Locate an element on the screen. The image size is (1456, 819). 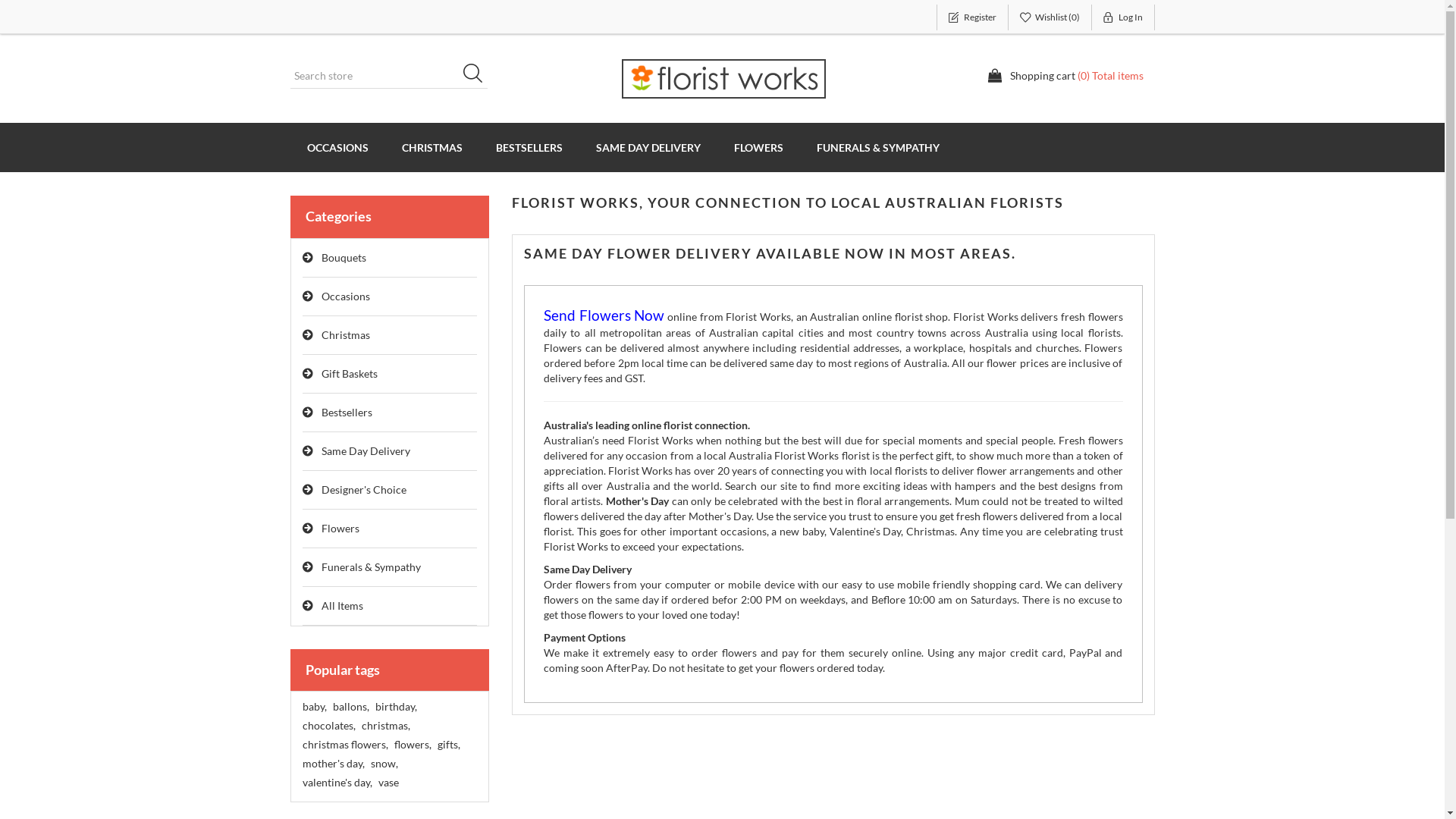
'Christmas' is located at coordinates (389, 334).